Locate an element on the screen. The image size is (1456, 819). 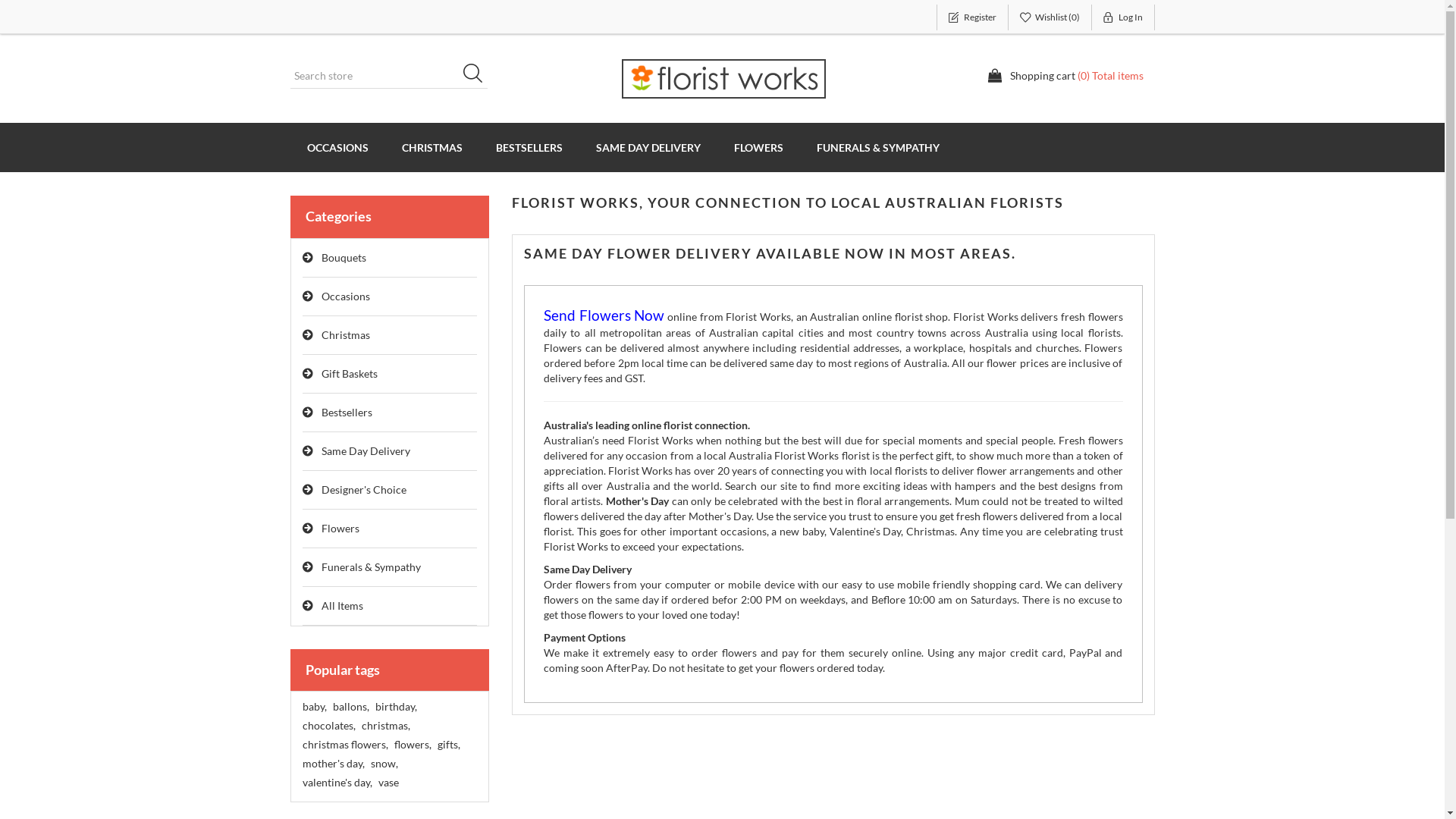
'Christmas' is located at coordinates (389, 334).